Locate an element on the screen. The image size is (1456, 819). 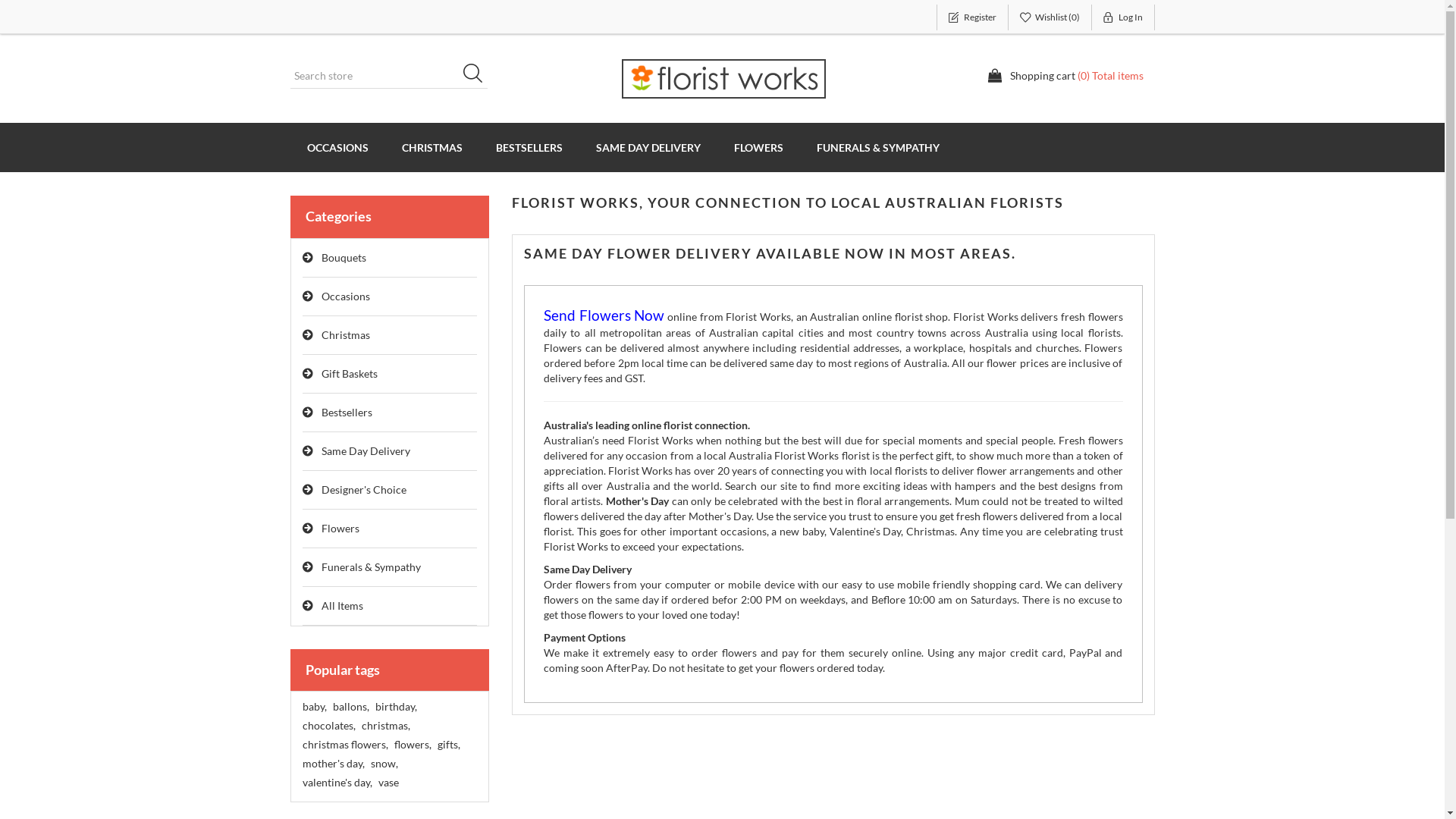
'Christmas' is located at coordinates (389, 334).